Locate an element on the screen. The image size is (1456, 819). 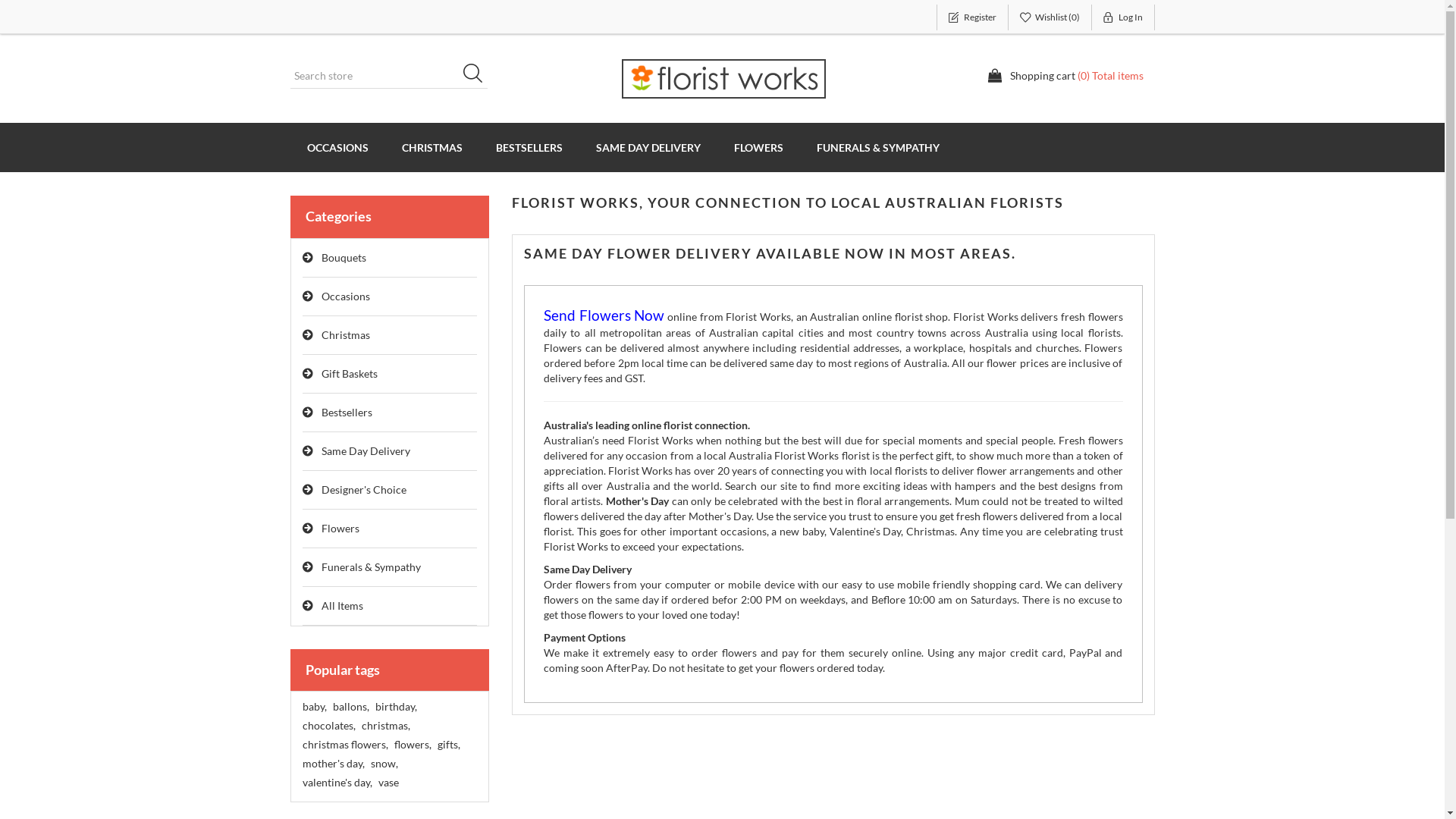
'Christmas' is located at coordinates (389, 334).